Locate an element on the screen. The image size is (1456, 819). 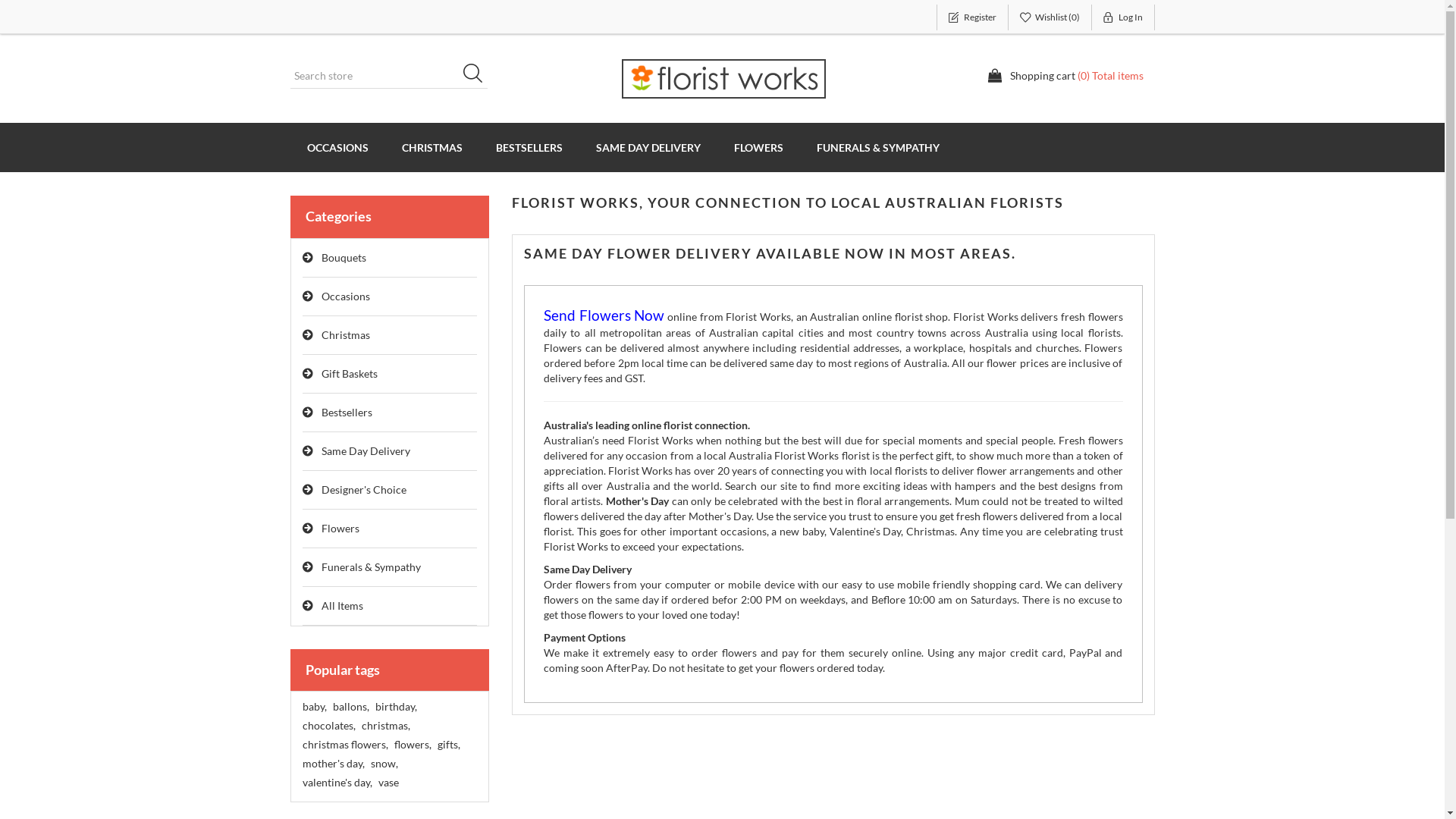
'Christmas' is located at coordinates (389, 334).